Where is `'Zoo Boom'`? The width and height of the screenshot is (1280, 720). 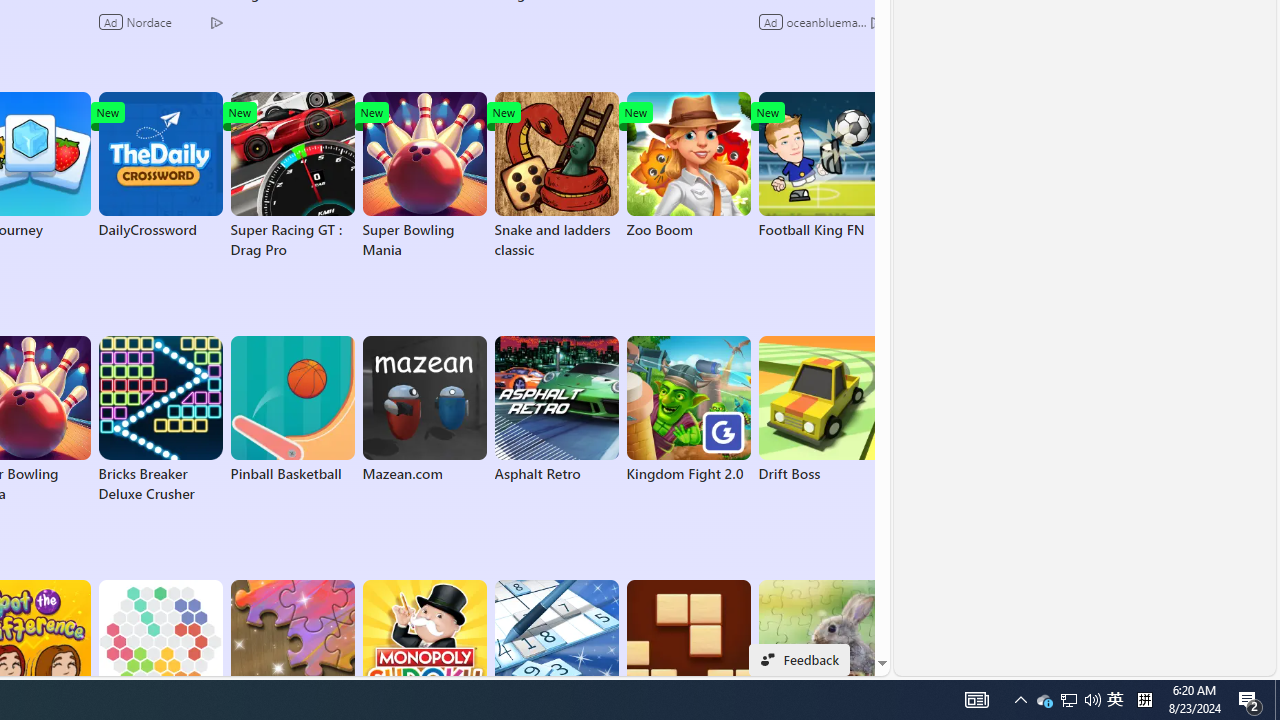 'Zoo Boom' is located at coordinates (688, 164).